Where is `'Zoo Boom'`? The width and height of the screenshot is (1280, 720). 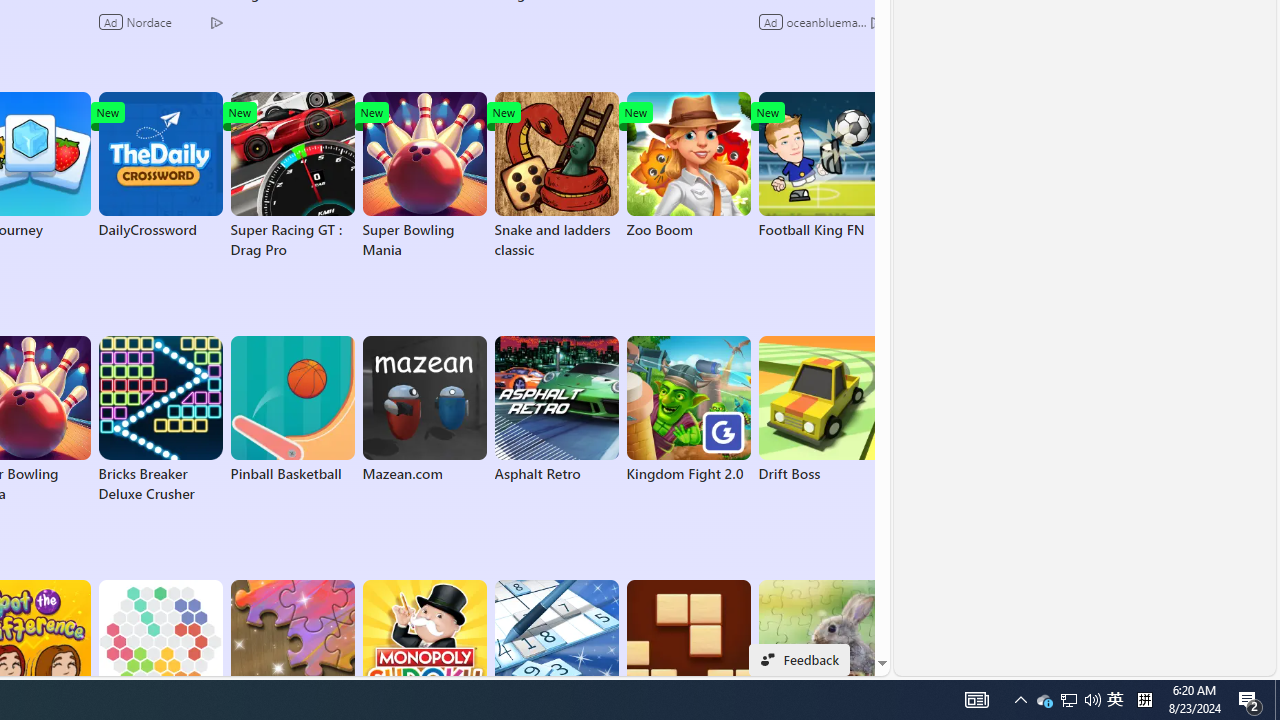 'Zoo Boom' is located at coordinates (688, 164).